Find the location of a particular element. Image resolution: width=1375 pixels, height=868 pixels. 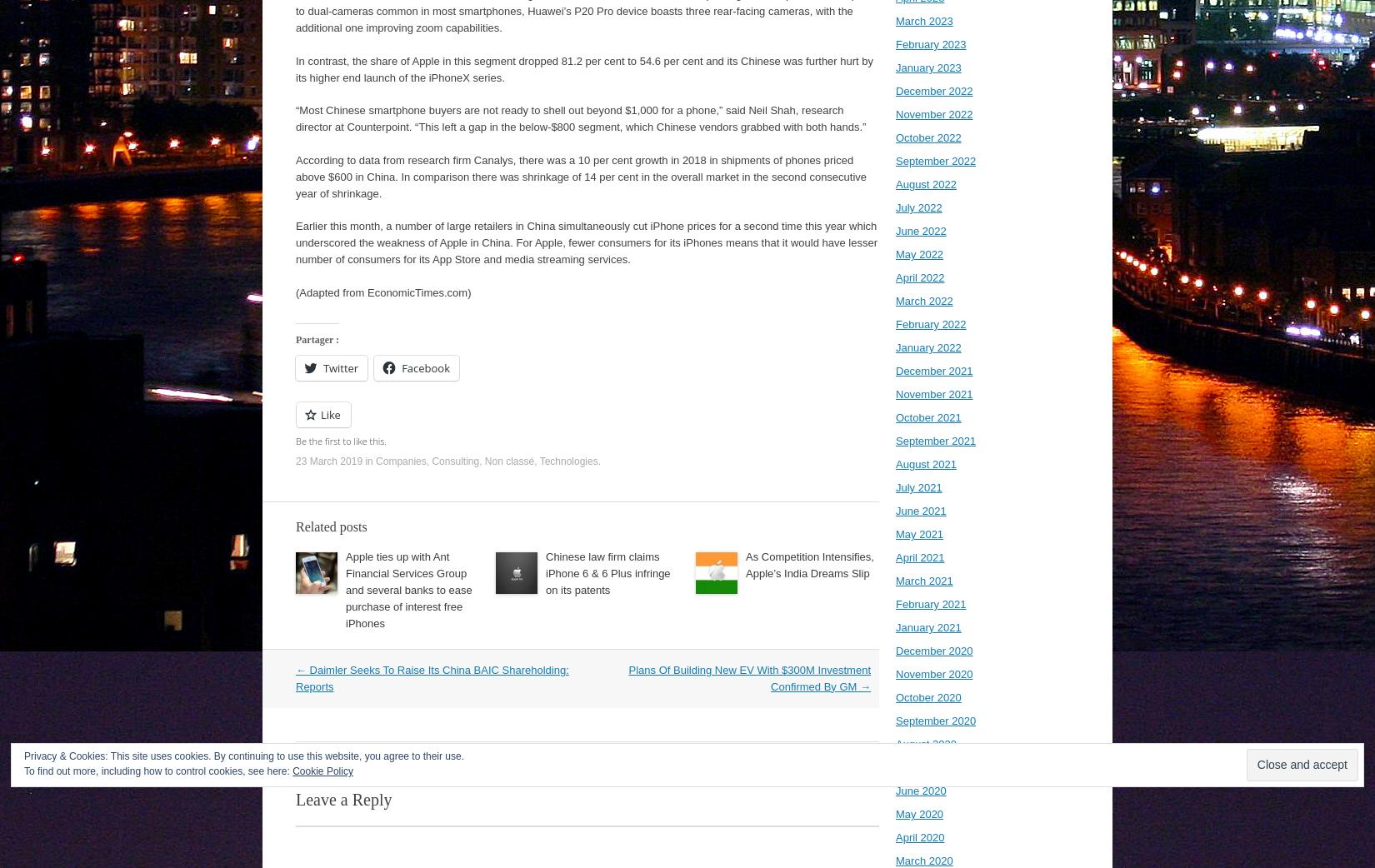

'February 2023' is located at coordinates (931, 43).